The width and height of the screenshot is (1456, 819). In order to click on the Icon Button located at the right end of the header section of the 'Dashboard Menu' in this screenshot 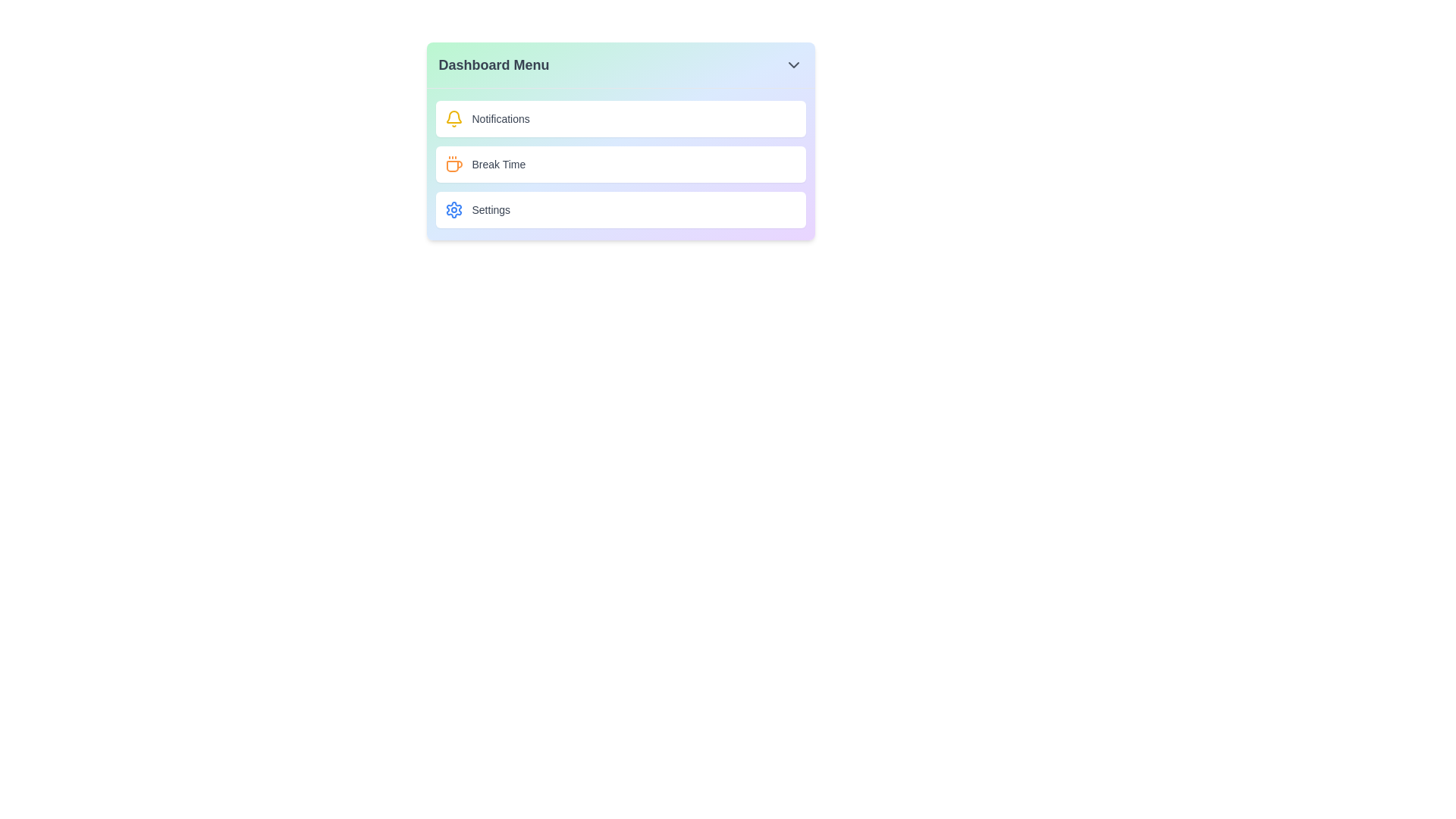, I will do `click(792, 64)`.